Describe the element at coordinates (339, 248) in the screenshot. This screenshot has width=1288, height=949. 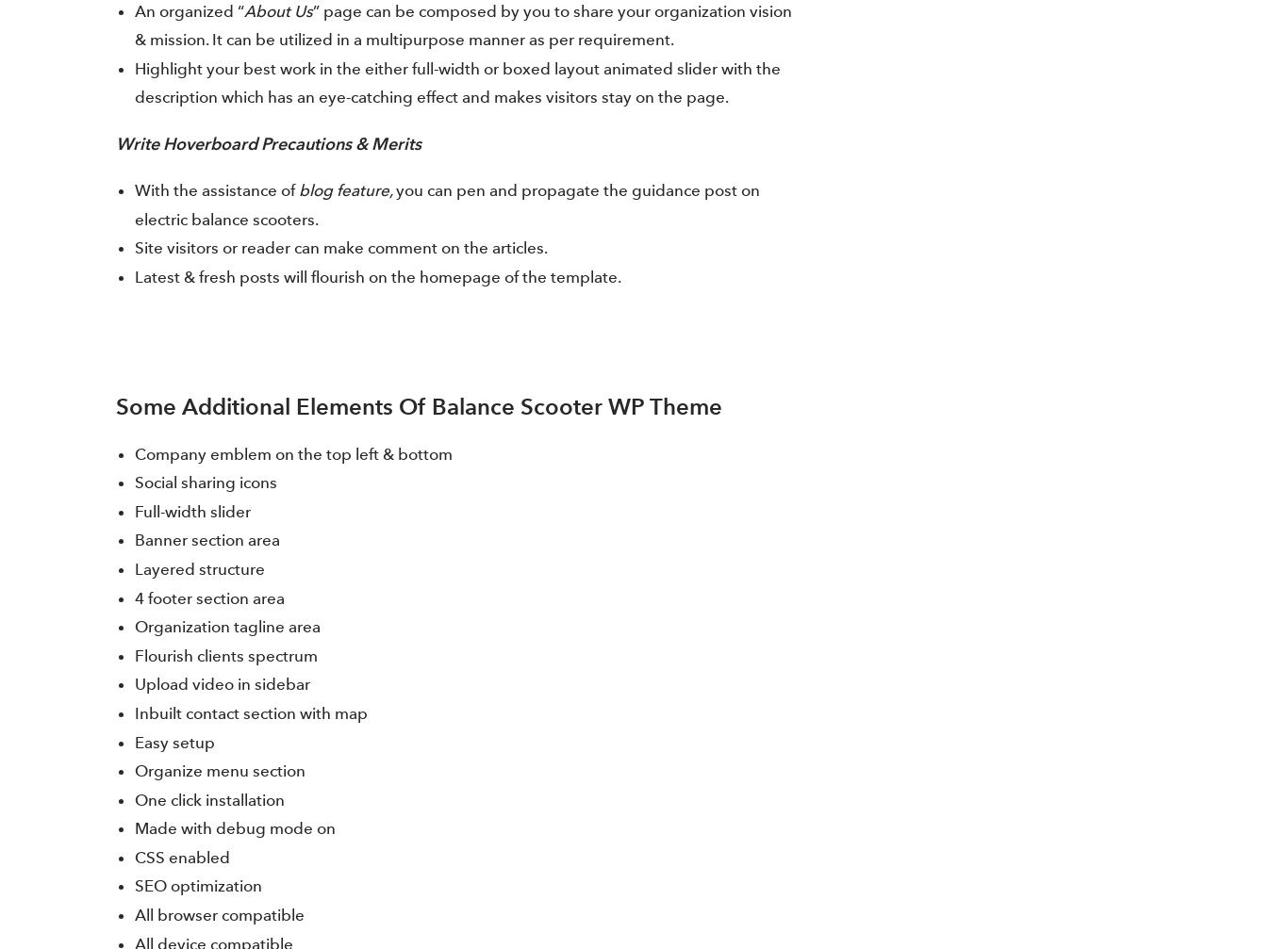
I see `'Site visitors or reader can make comment on the articles.'` at that location.